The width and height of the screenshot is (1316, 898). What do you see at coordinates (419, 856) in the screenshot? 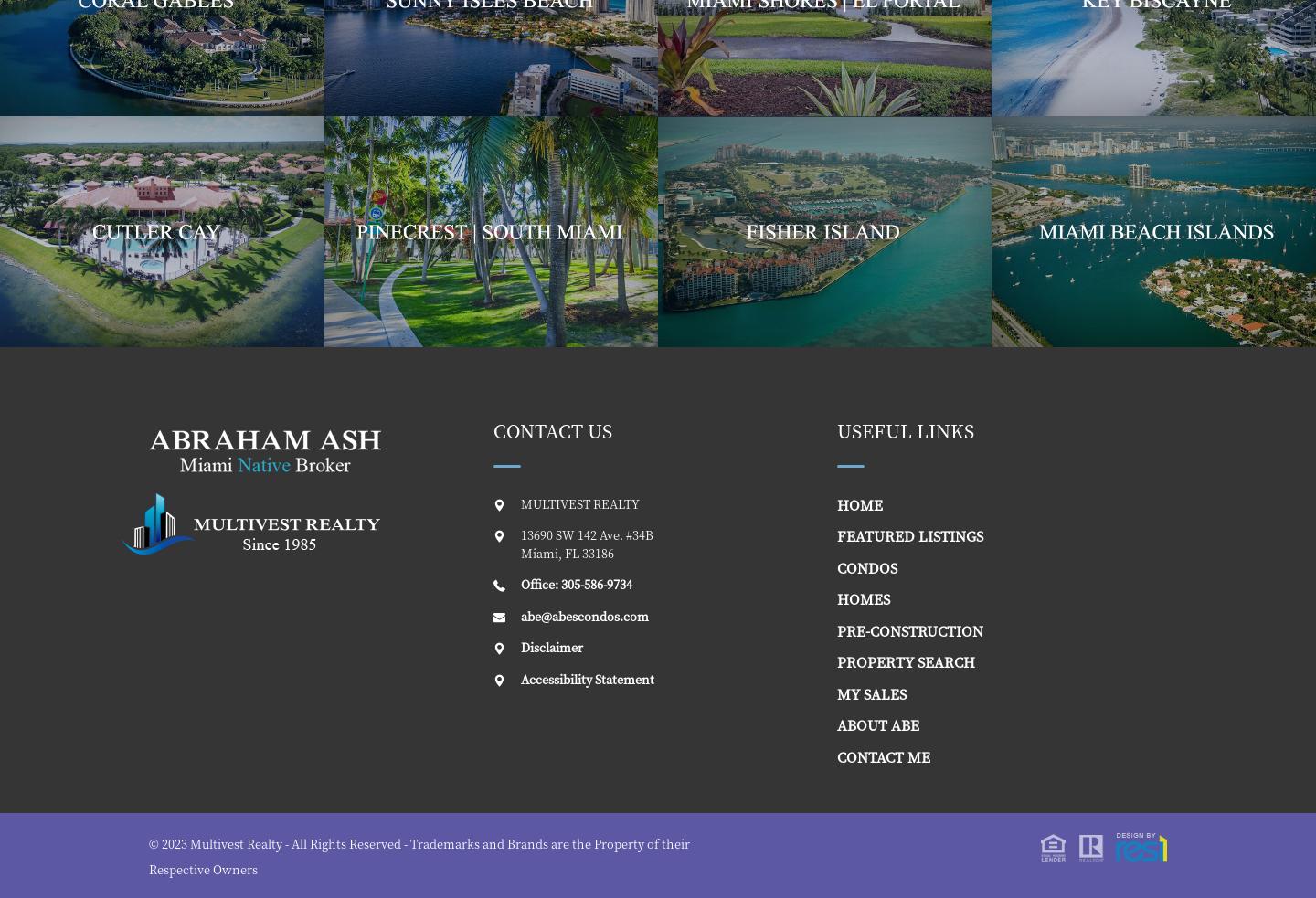
I see `'© 2023 Multivest Realty - All Rights Reserved - Trademarks and Brands are the Property of their Respective Owners'` at bounding box center [419, 856].